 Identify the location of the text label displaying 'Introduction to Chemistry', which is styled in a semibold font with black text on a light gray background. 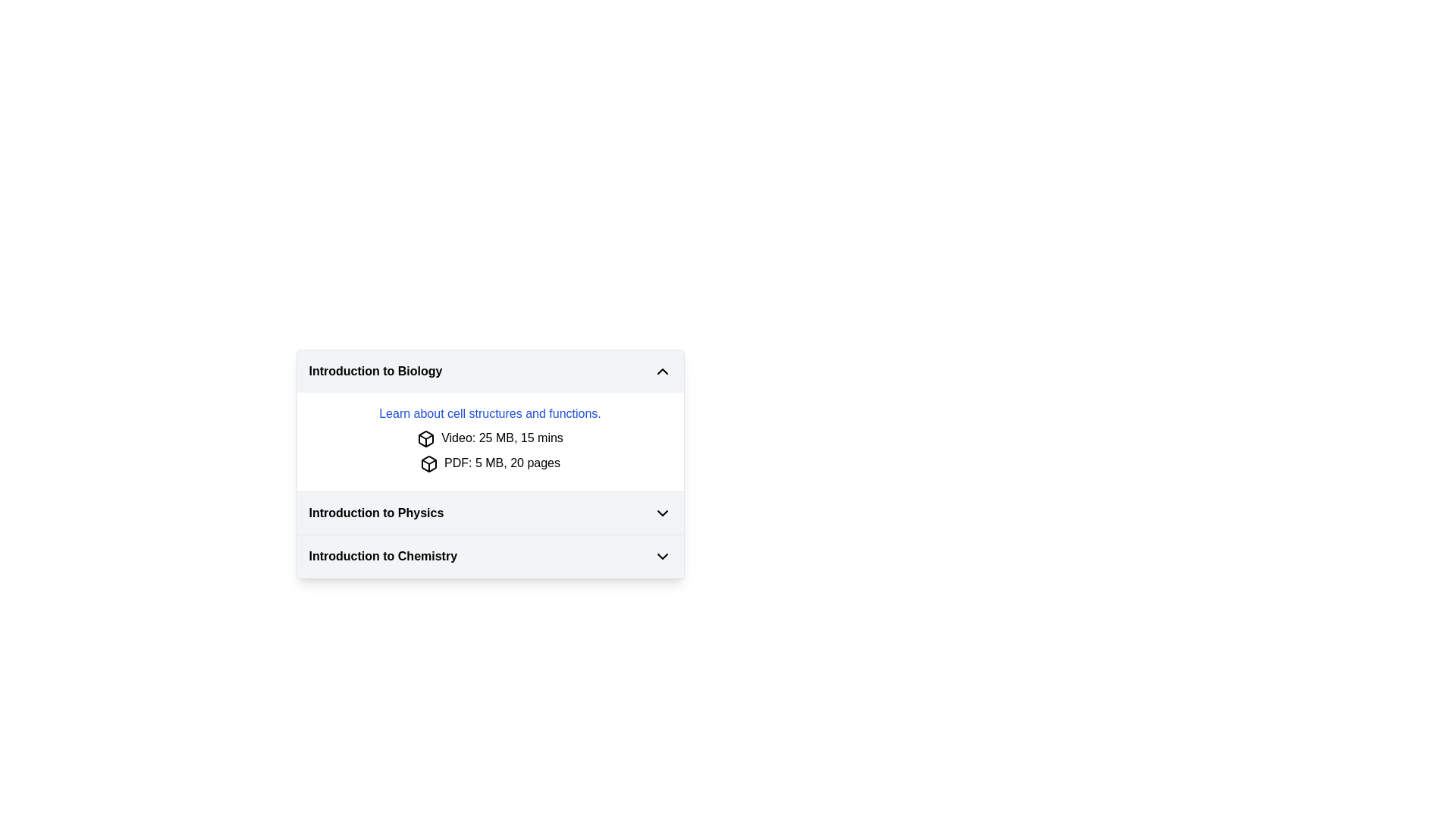
(383, 556).